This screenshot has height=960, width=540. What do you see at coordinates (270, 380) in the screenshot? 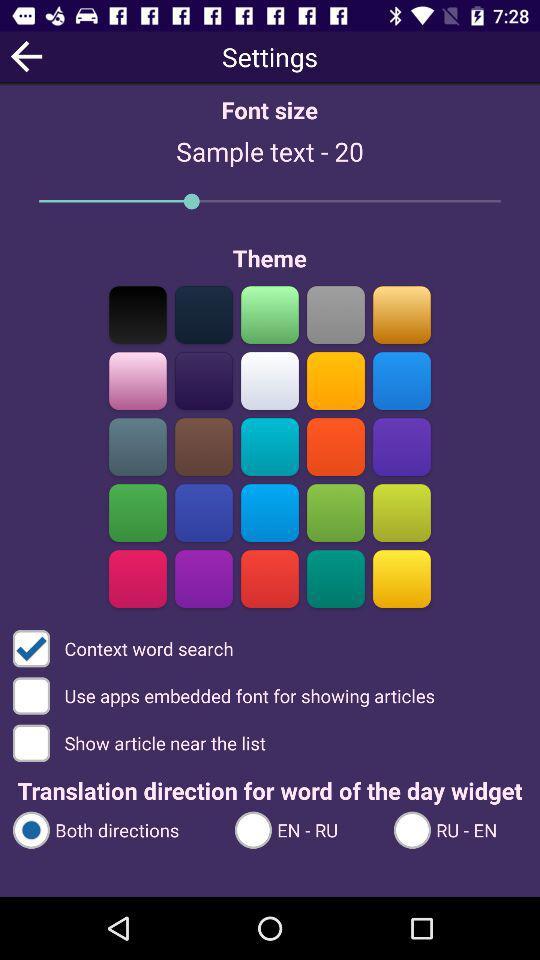
I see `the color of theme select the theme color` at bounding box center [270, 380].